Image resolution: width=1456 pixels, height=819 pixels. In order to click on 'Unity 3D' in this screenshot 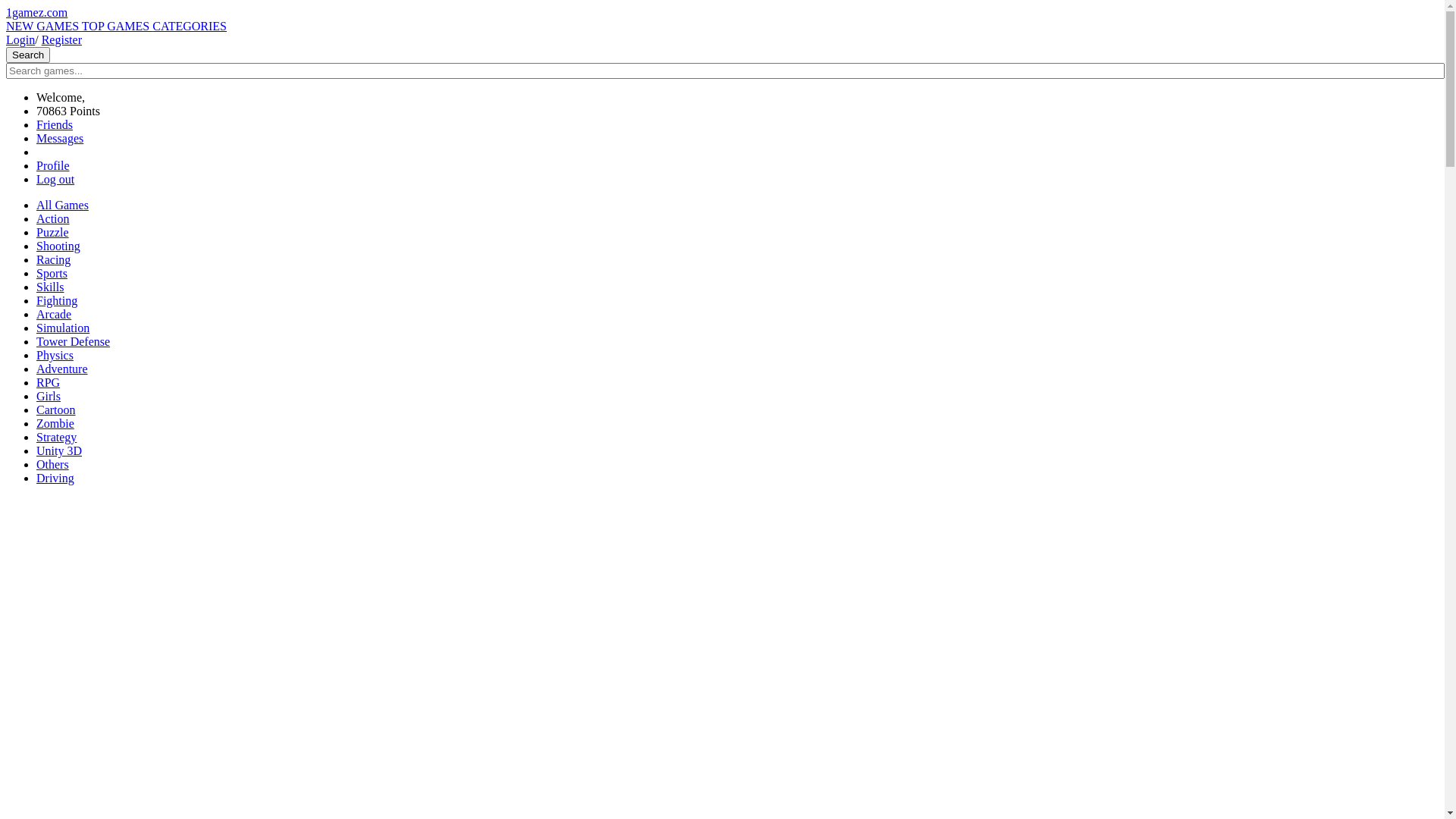, I will do `click(58, 450)`.